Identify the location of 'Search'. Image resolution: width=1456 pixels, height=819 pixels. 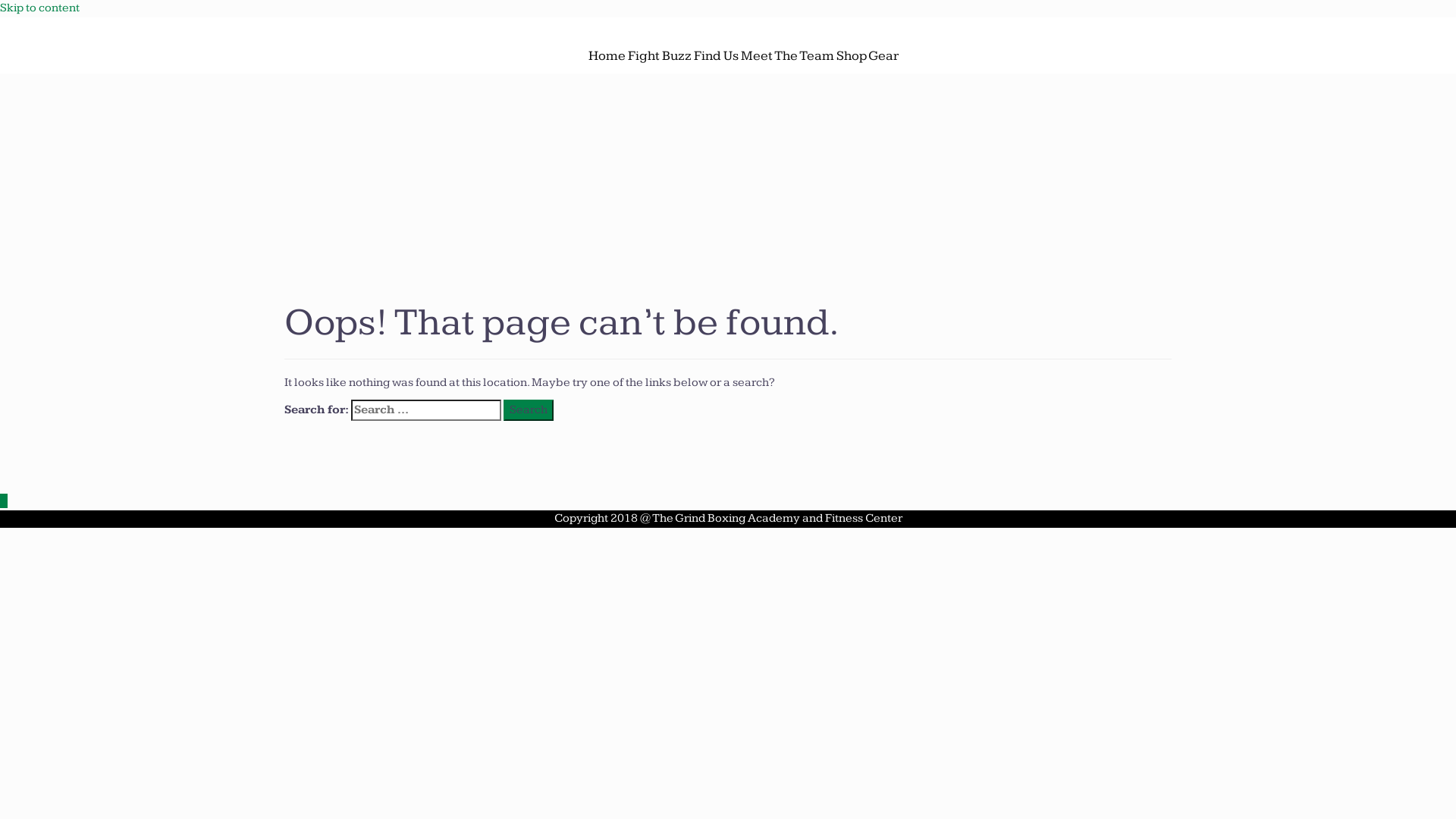
(503, 410).